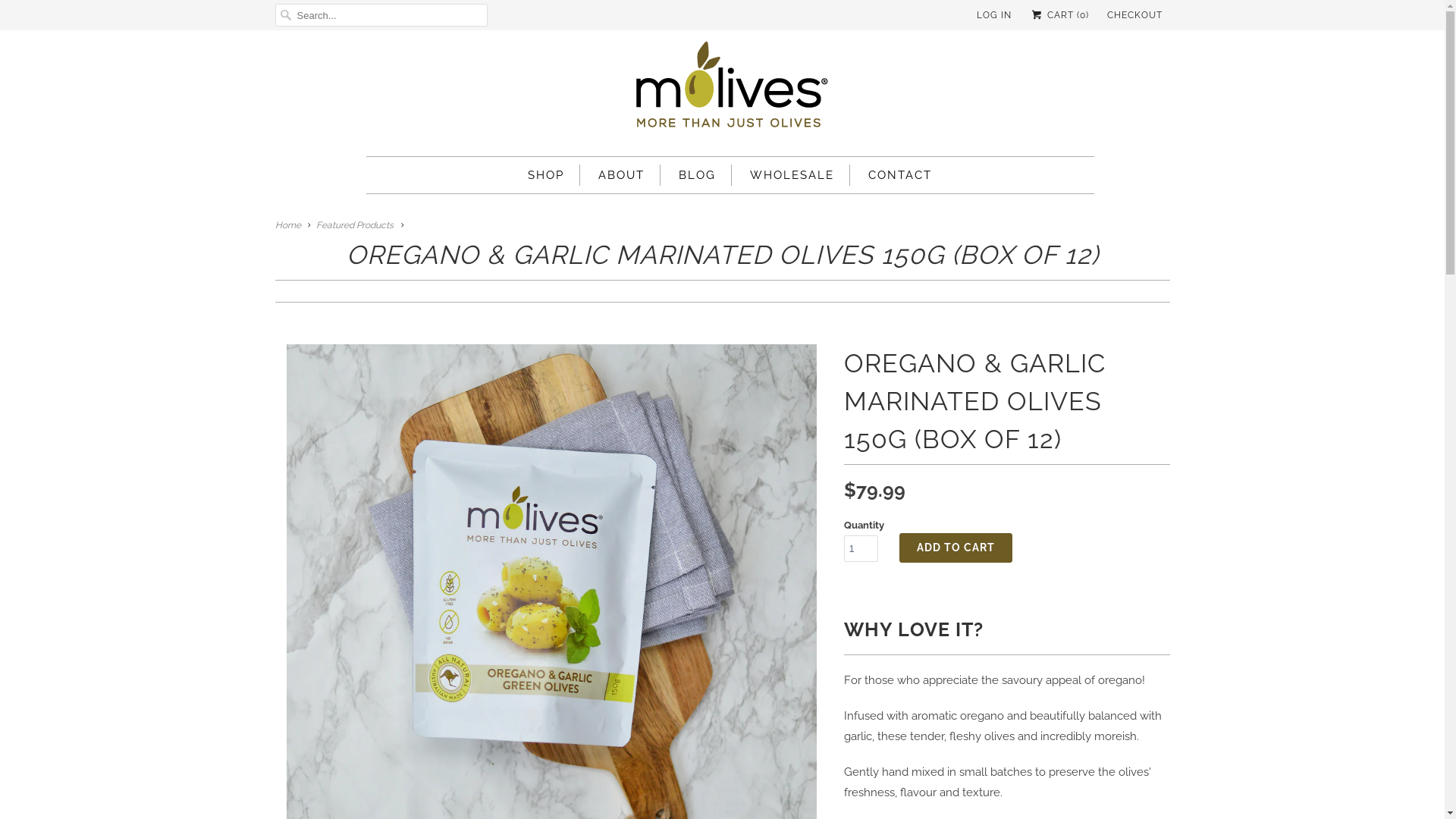 Image resolution: width=1456 pixels, height=819 pixels. What do you see at coordinates (621, 174) in the screenshot?
I see `'ABOUT'` at bounding box center [621, 174].